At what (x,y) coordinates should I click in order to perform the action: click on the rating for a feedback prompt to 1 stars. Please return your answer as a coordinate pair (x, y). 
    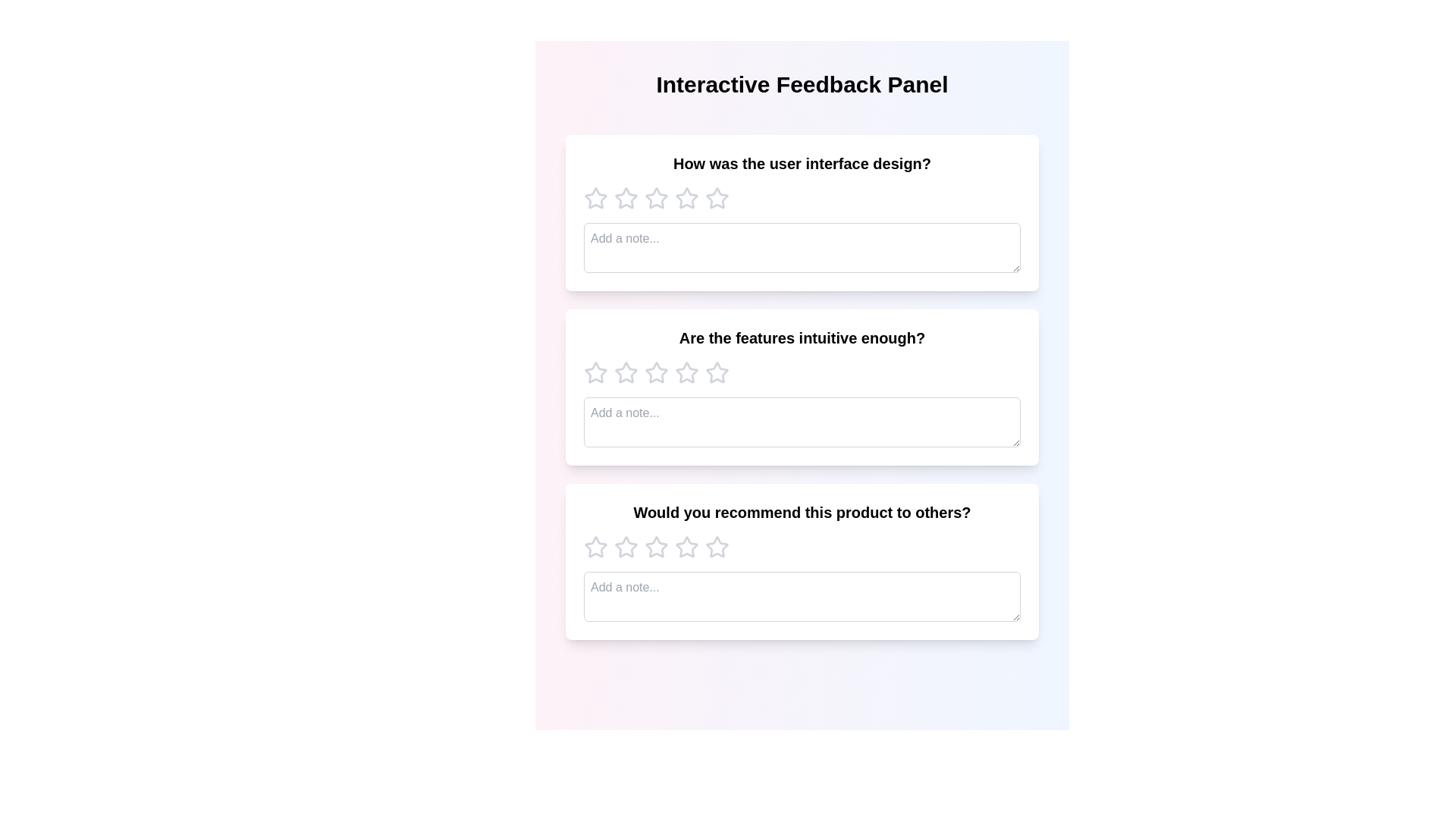
    Looking at the image, I should click on (595, 198).